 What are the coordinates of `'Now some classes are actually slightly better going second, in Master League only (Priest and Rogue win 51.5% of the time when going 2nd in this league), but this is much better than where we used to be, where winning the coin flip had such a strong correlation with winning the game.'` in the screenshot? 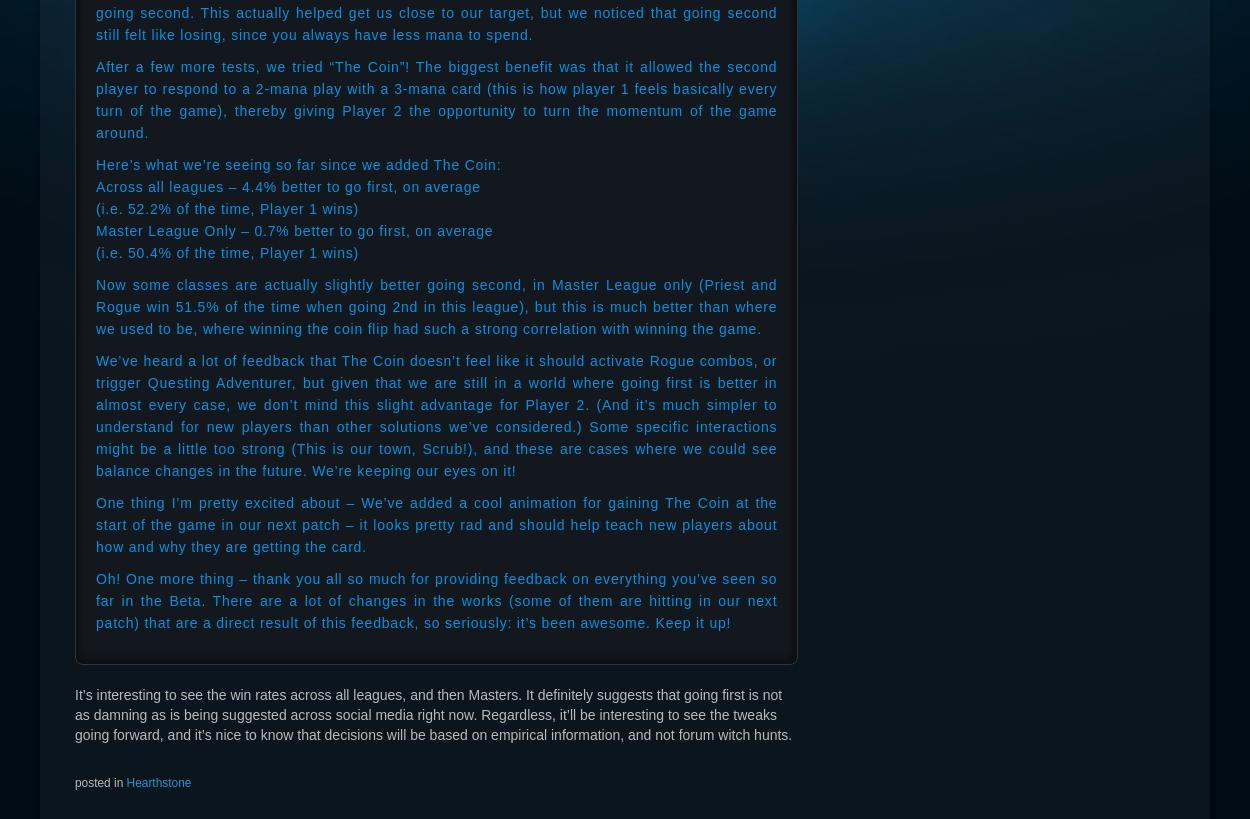 It's located at (436, 306).